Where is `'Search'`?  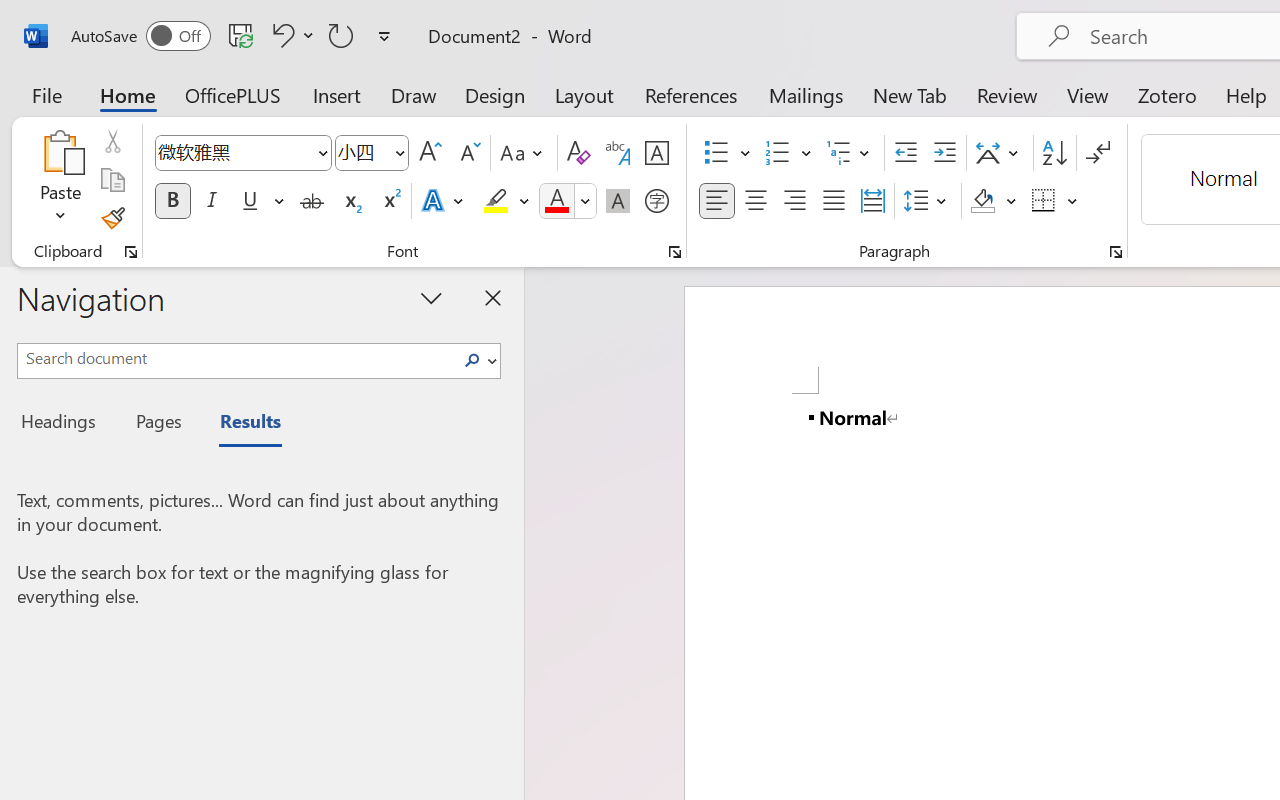 'Search' is located at coordinates (471, 360).